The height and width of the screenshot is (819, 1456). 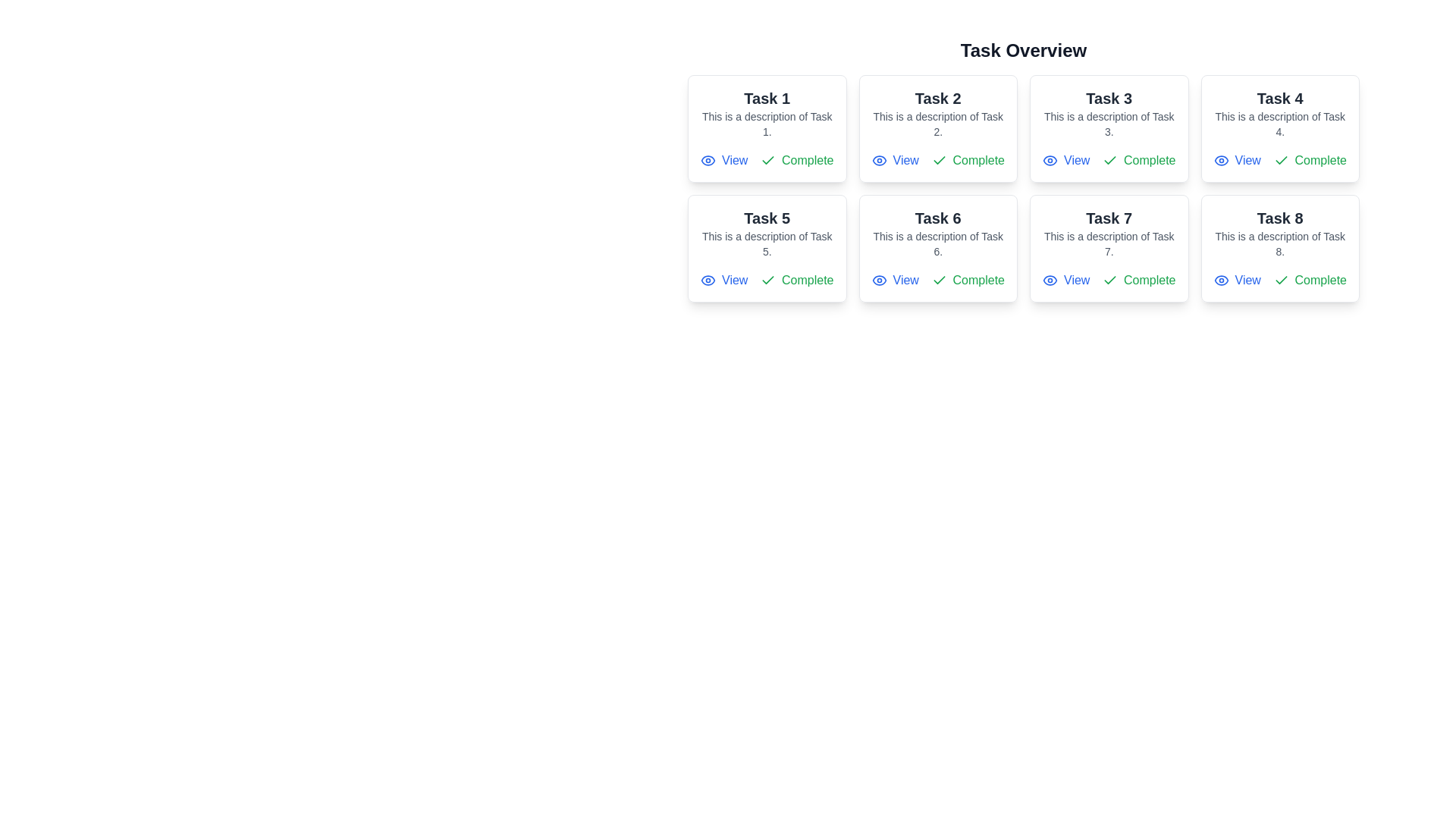 I want to click on the 'View' button, which is a blue-colored text labeled 'View' located within the card for 'Task 5', to observe visual feedback, so click(x=723, y=281).